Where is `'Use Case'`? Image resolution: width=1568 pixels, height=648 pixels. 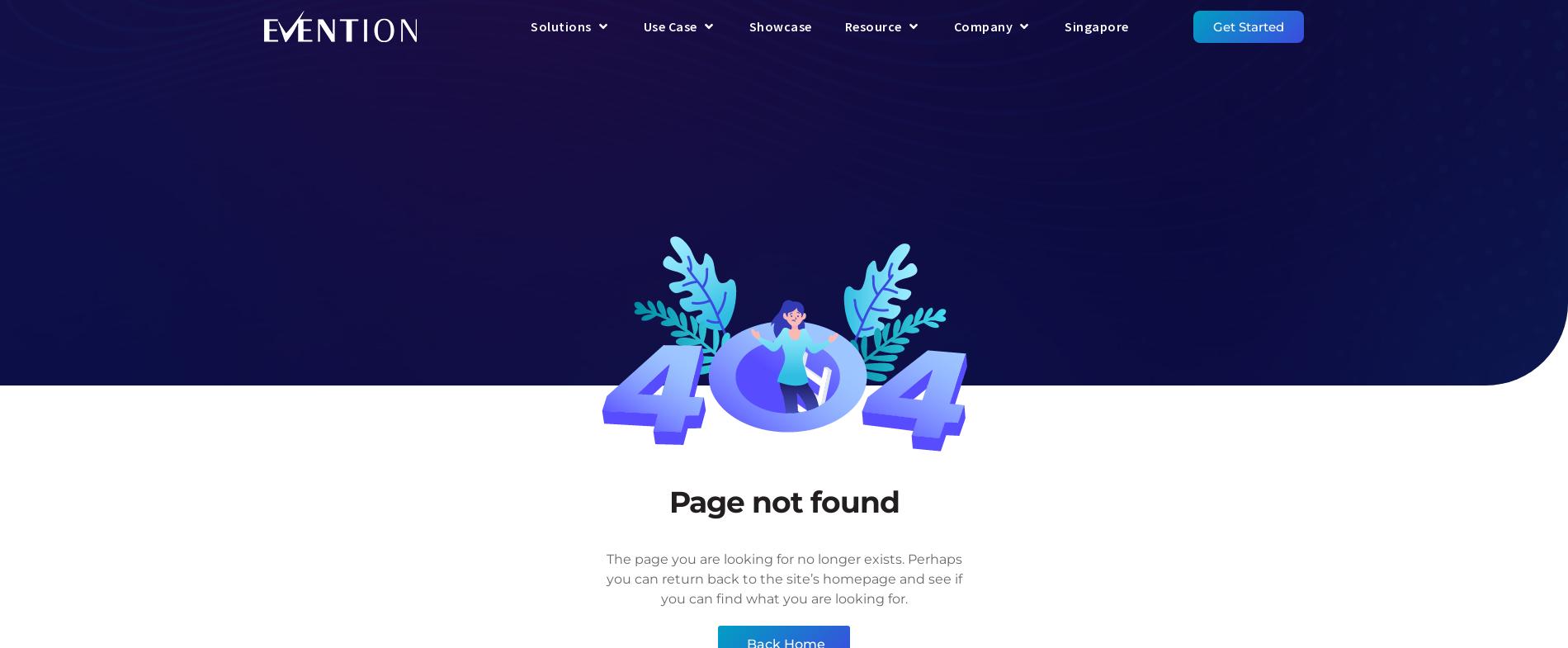 'Use Case' is located at coordinates (668, 26).